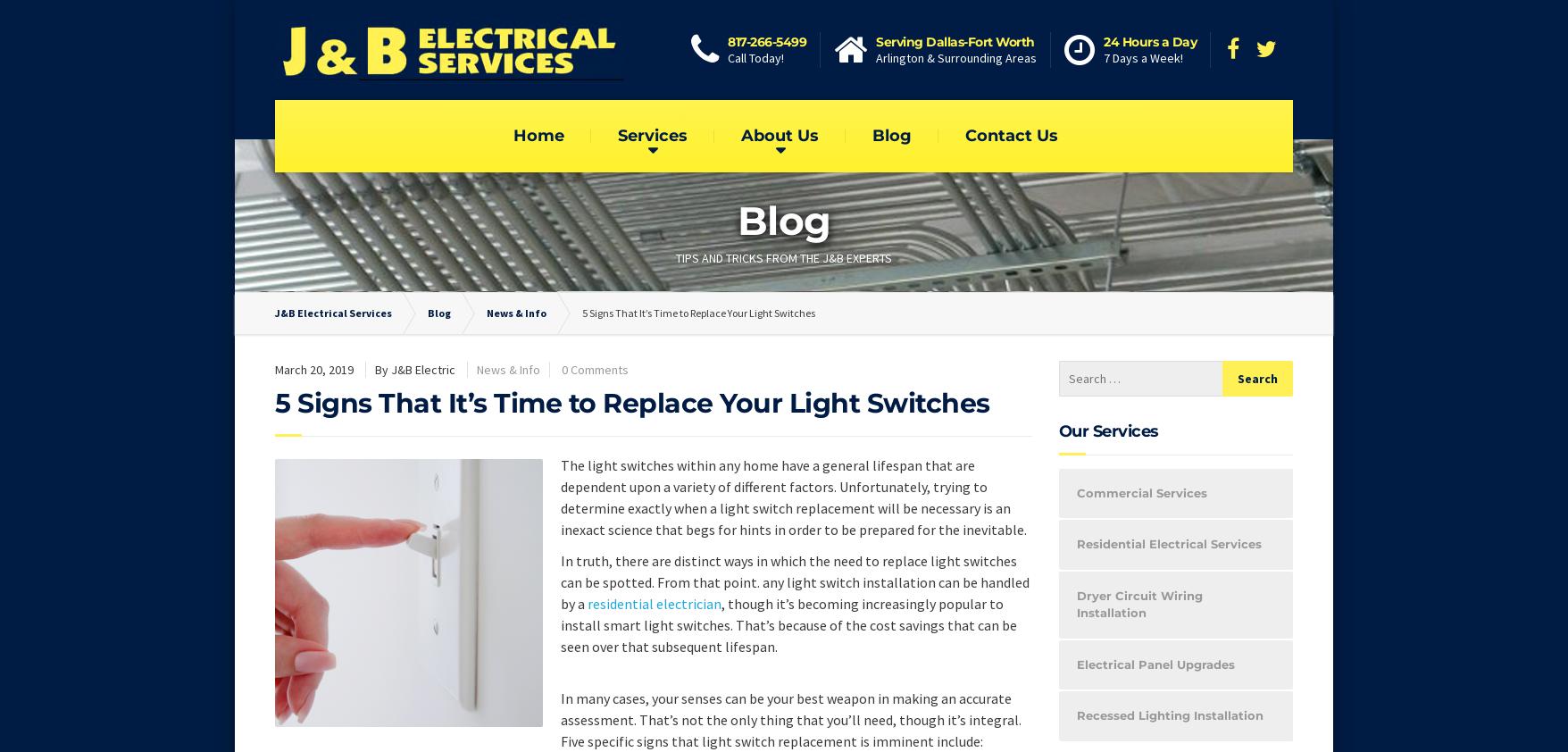 The height and width of the screenshot is (752, 1568). What do you see at coordinates (1140, 491) in the screenshot?
I see `'Commercial Services'` at bounding box center [1140, 491].